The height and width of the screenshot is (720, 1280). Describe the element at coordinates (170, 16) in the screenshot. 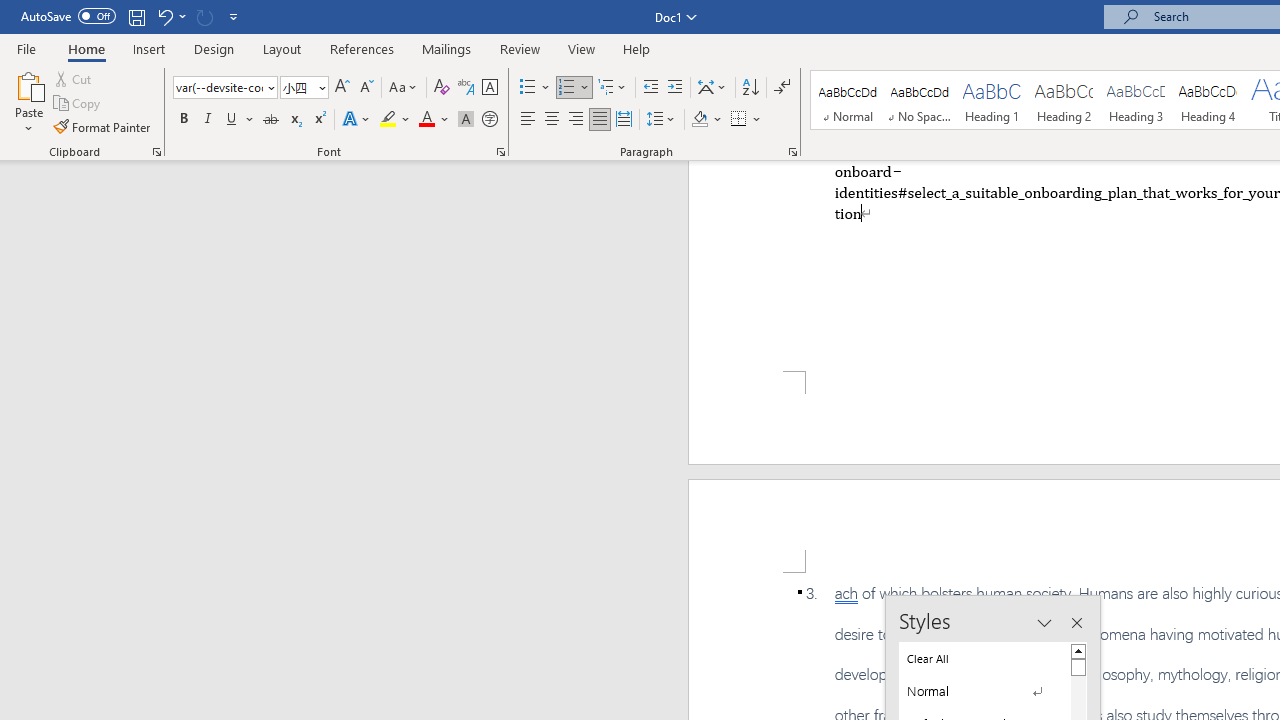

I see `'Undo Apply Quick Style'` at that location.